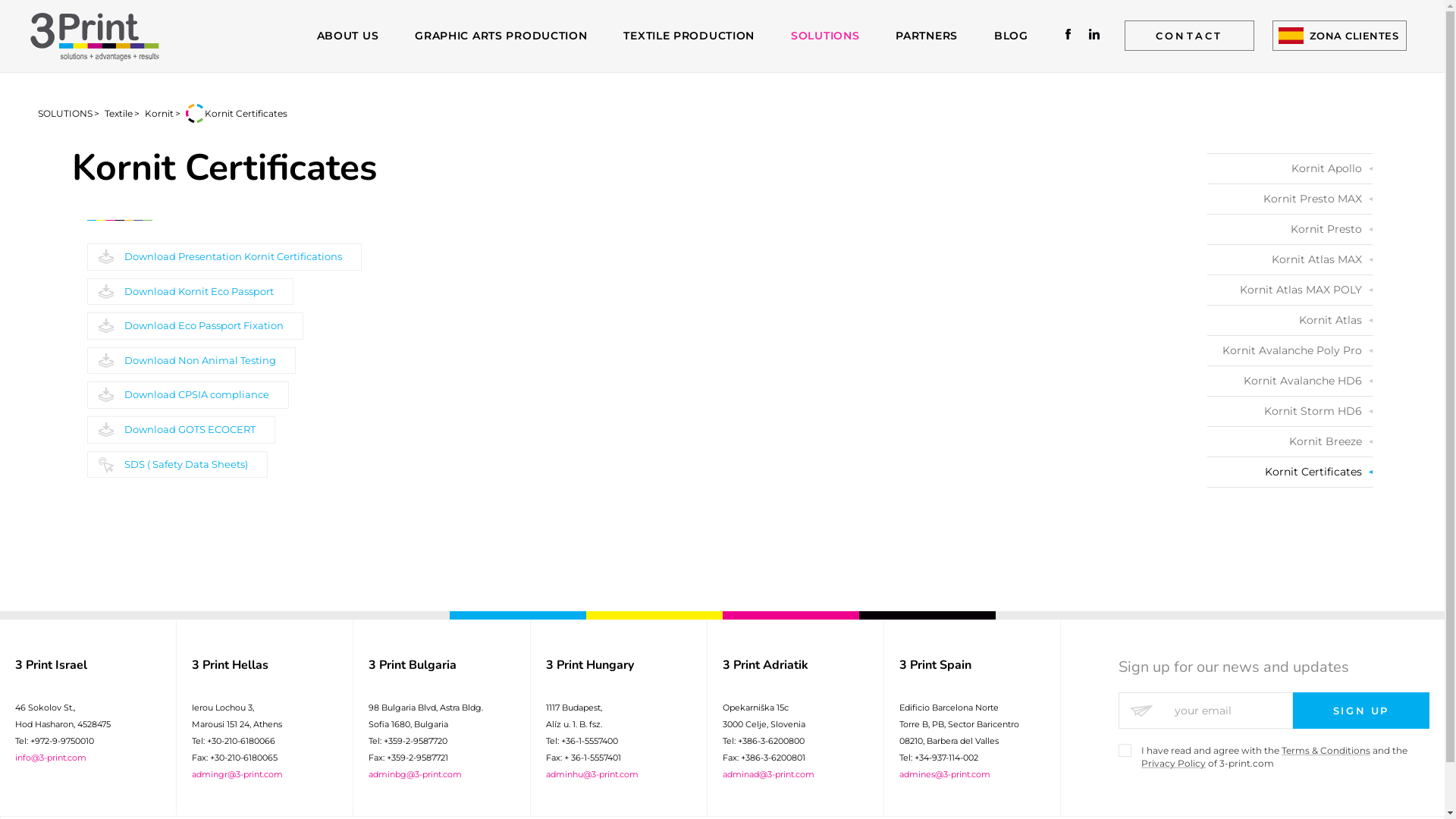 The width and height of the screenshot is (1456, 819). Describe the element at coordinates (500, 34) in the screenshot. I see `'GRAPHIC ARTS PRODUCTION'` at that location.